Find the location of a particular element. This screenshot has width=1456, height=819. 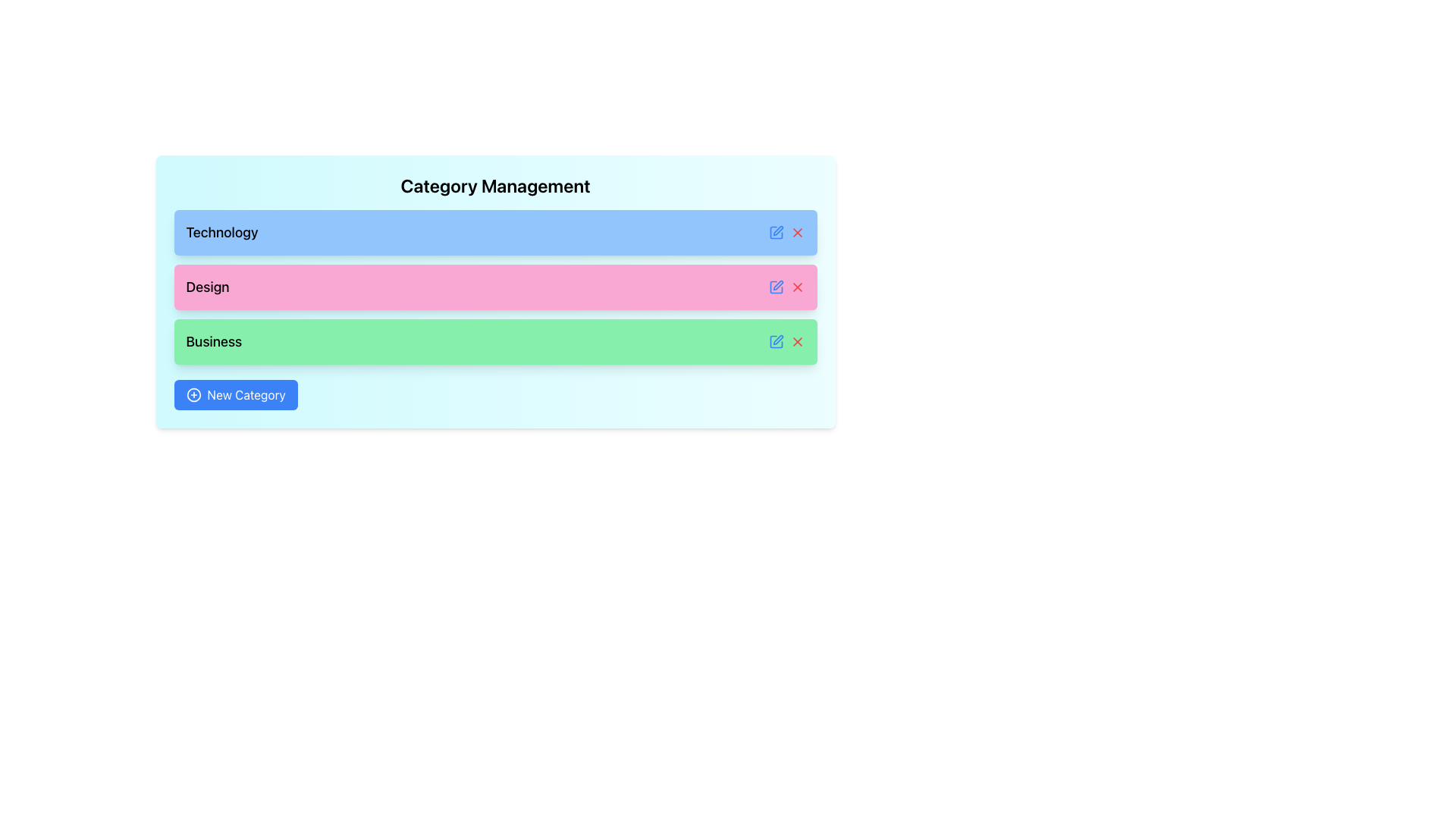

text label identifying the category as 'Design', located in the second item of a vertical list with a pink background is located at coordinates (206, 287).